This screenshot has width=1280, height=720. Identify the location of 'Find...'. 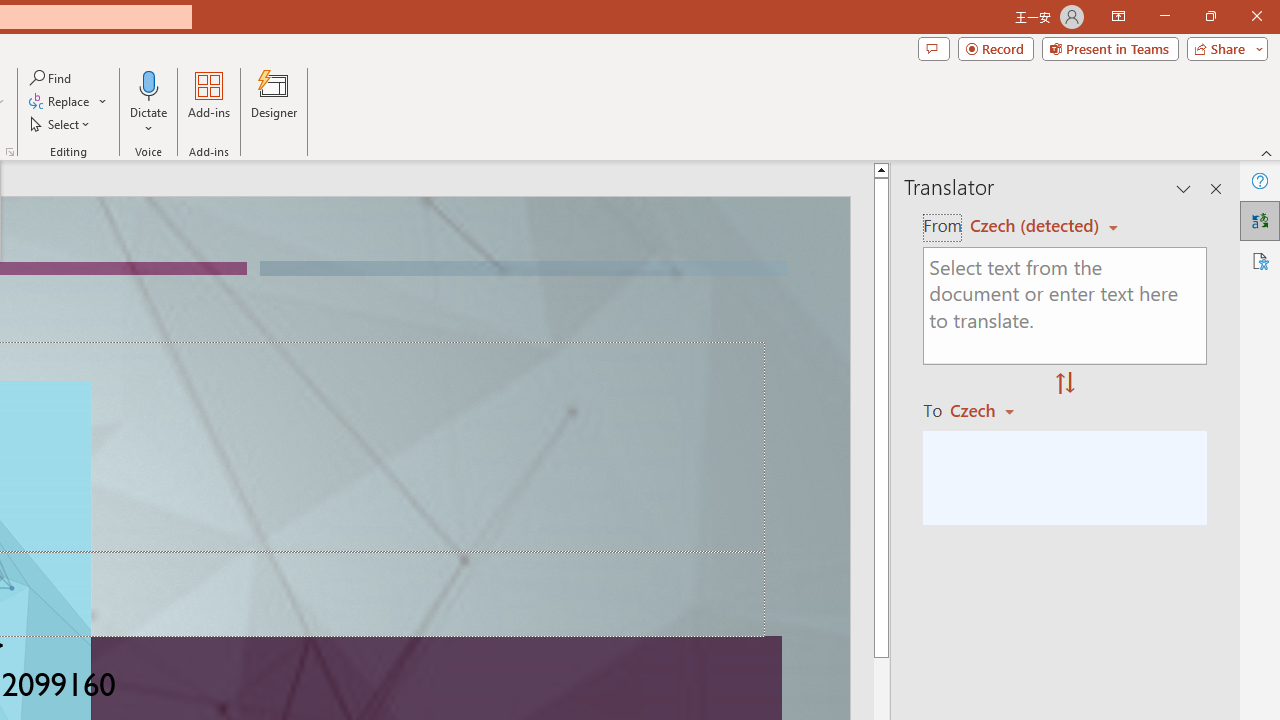
(51, 77).